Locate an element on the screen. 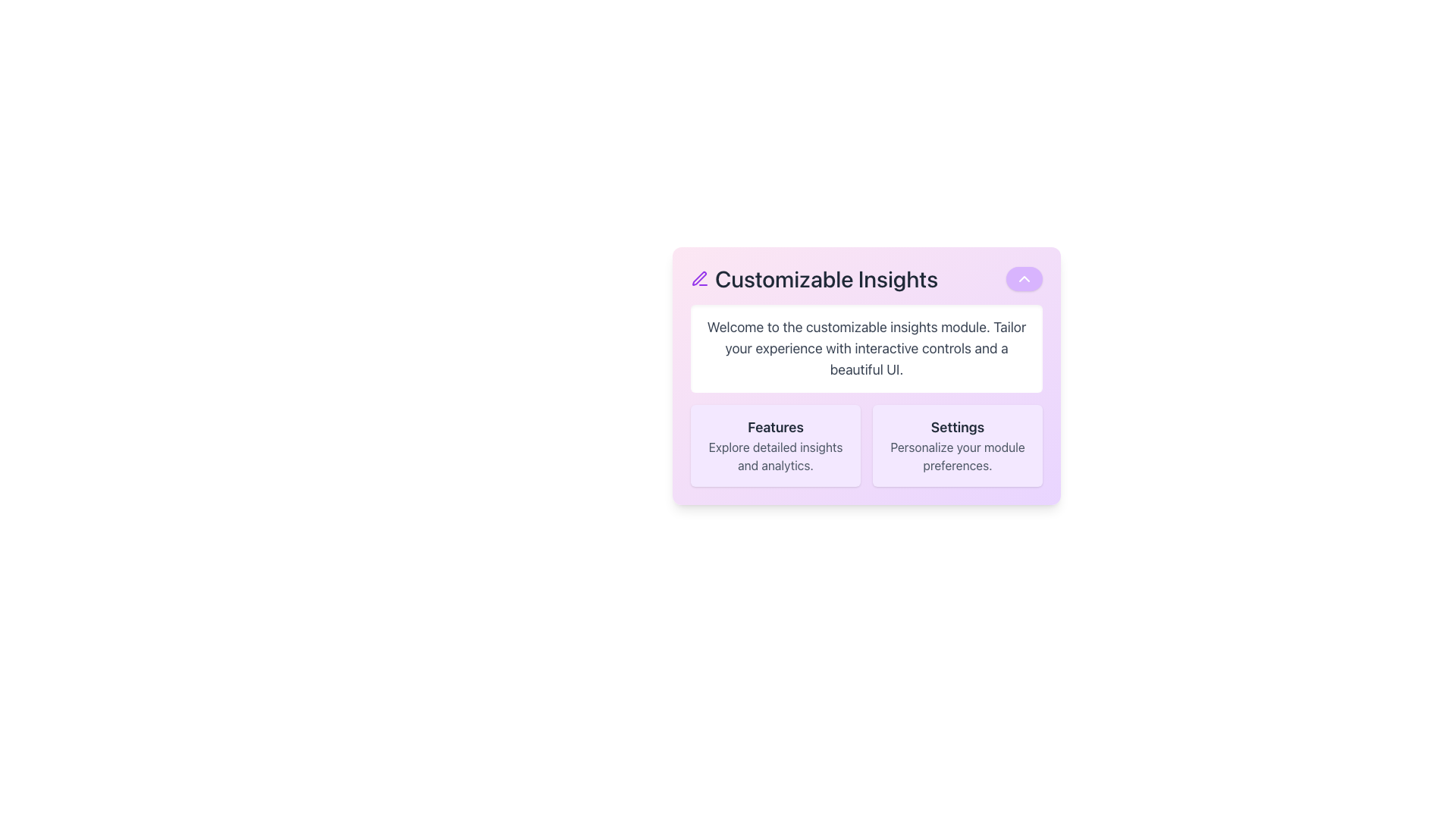  the purple-toned pen icon located to the left of the 'Customizable Insights' title is located at coordinates (698, 278).